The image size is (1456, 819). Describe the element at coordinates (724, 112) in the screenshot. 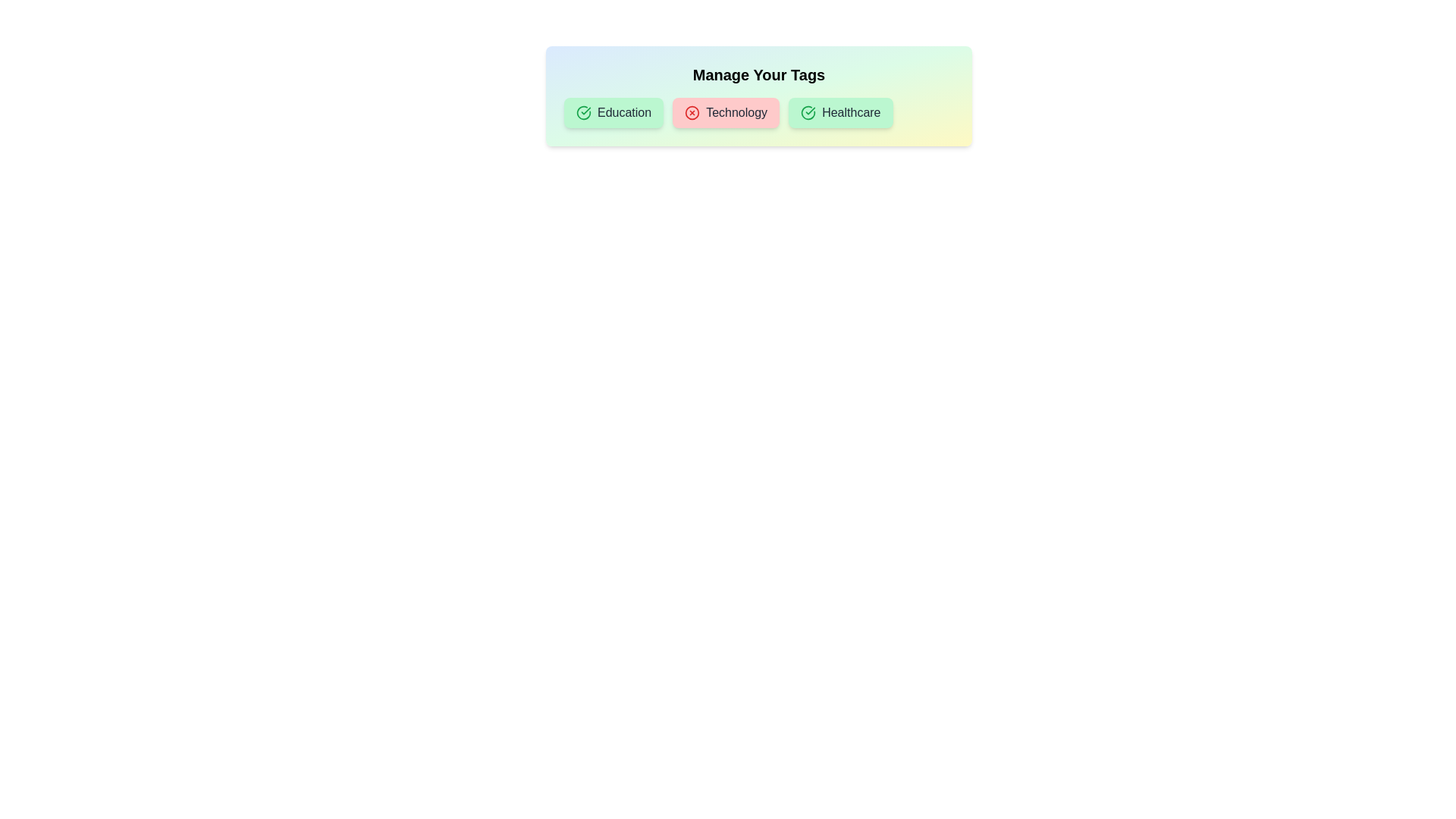

I see `the tag labeled Technology to observe its visual feedback` at that location.